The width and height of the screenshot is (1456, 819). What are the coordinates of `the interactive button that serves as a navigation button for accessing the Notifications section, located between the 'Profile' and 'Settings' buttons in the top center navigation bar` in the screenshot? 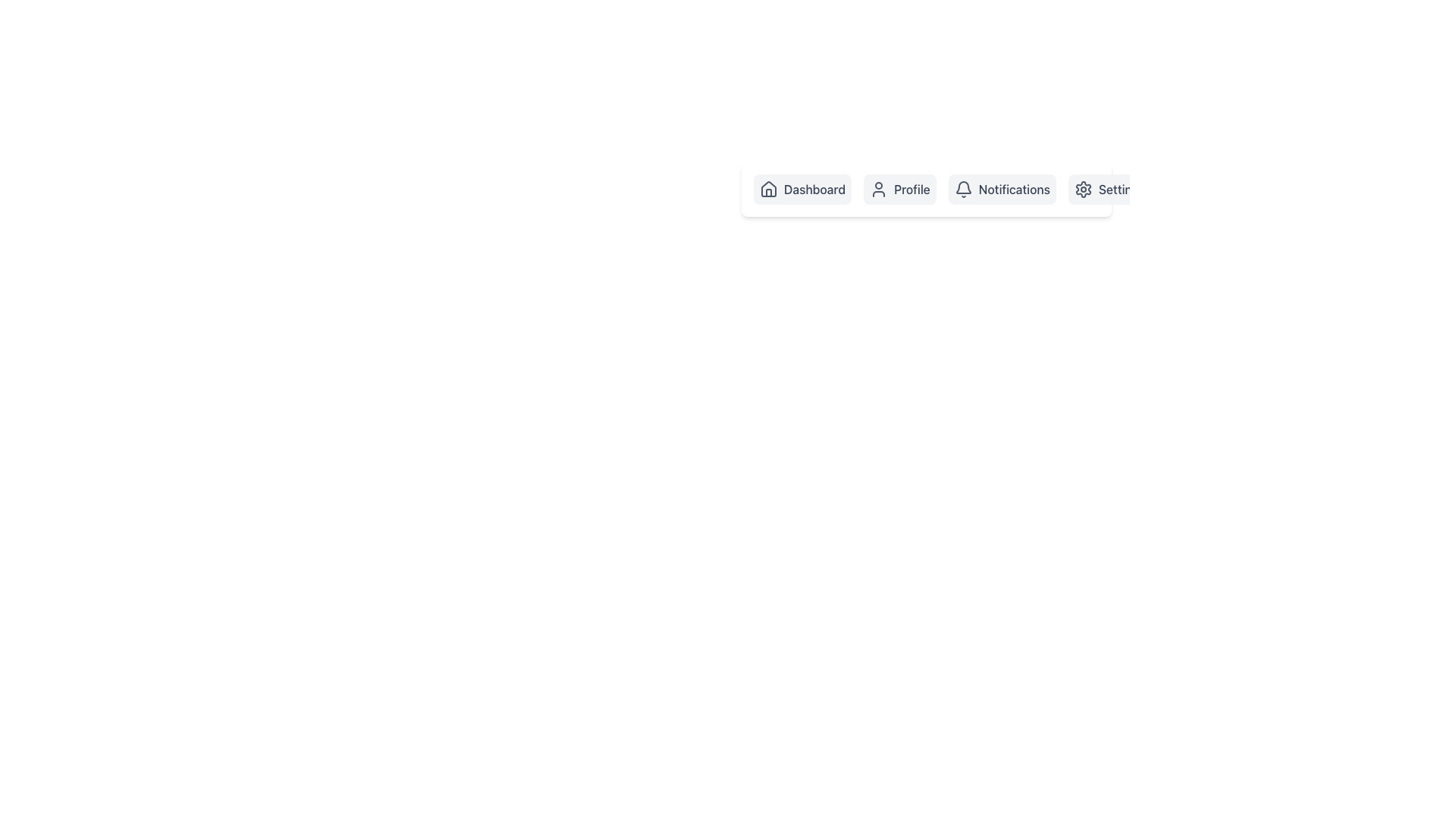 It's located at (1002, 189).